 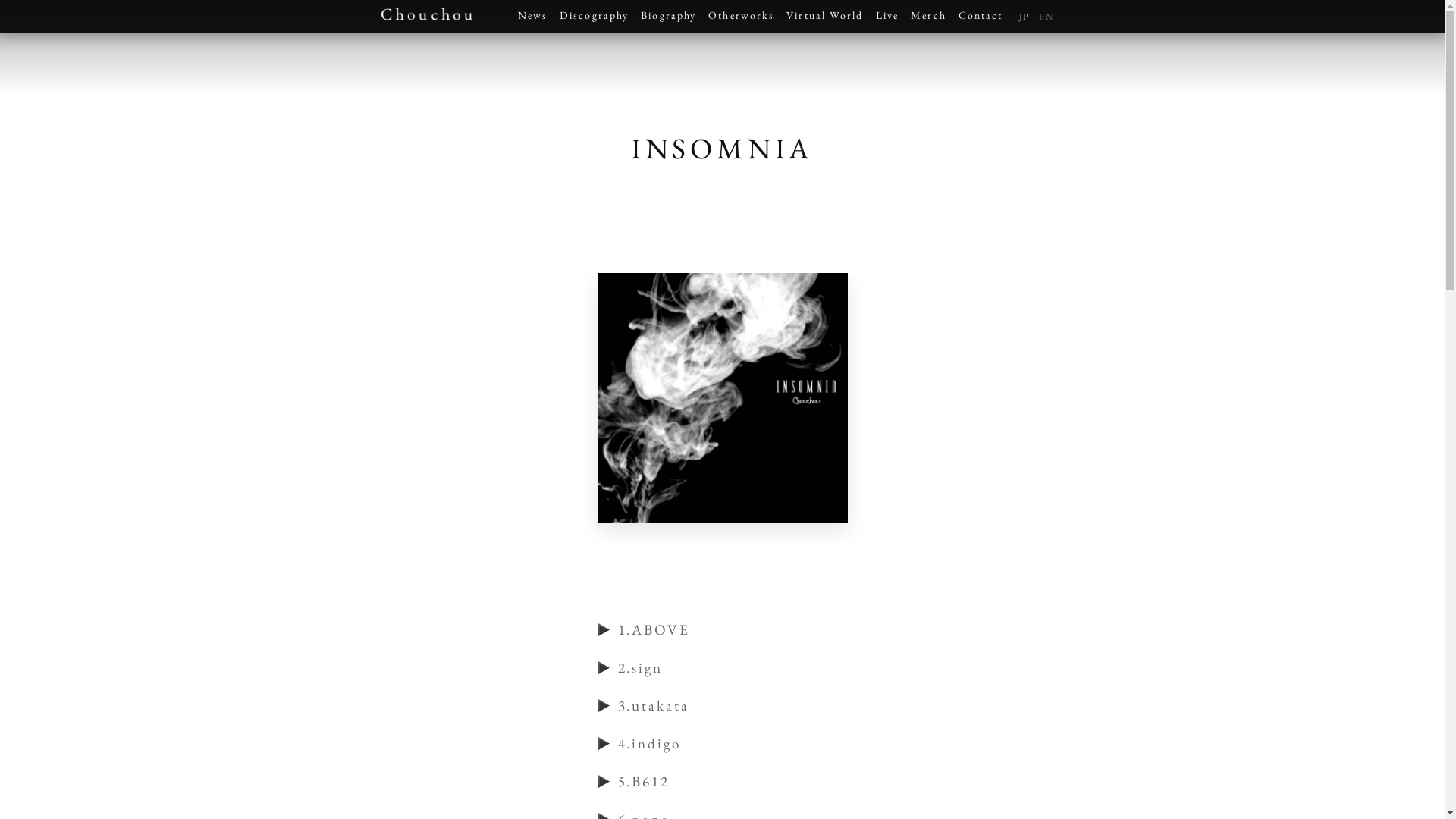 I want to click on 'Otherworks', so click(x=741, y=16).